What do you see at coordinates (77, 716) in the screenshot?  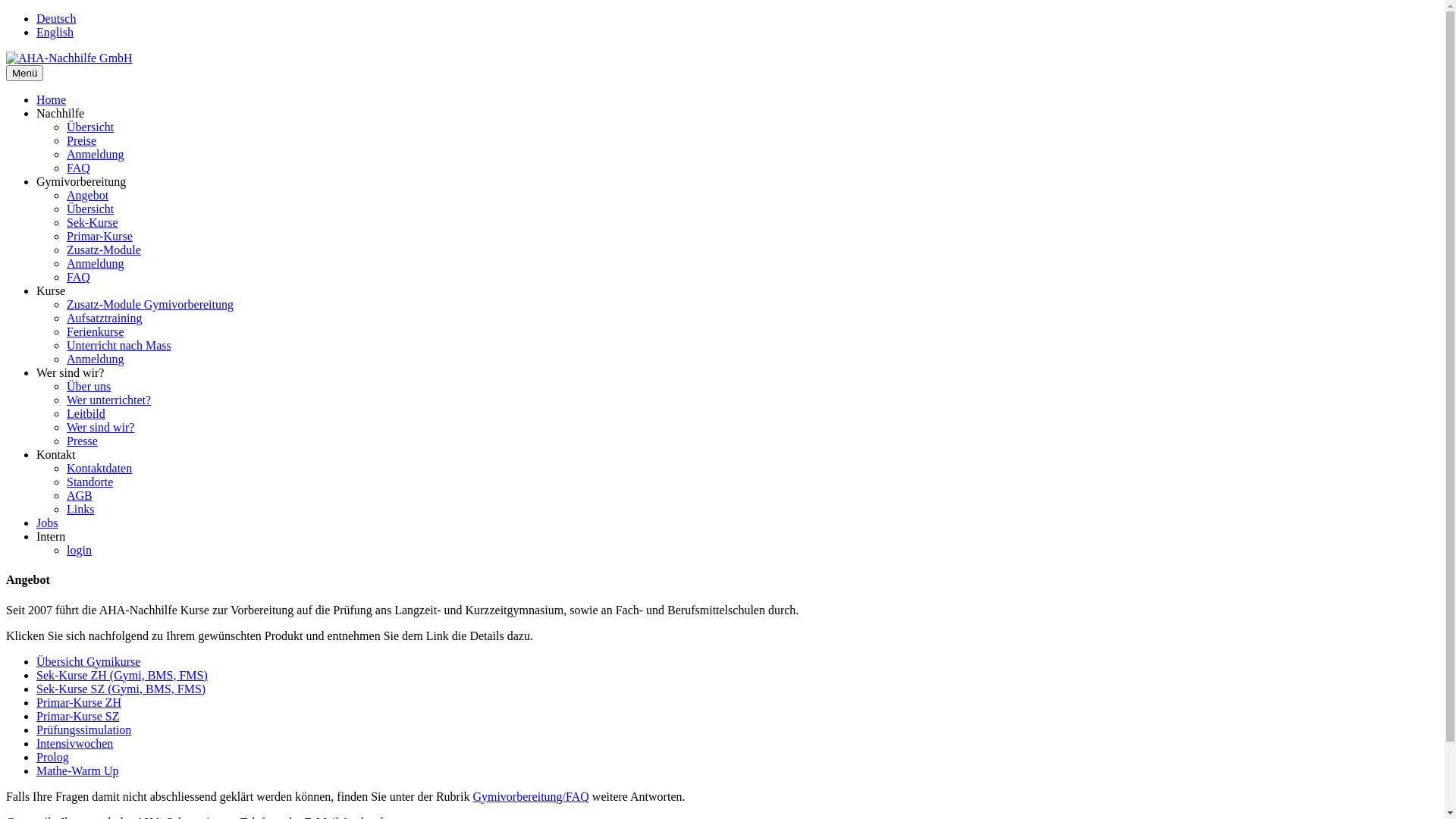 I see `'Primar-Kurse SZ'` at bounding box center [77, 716].